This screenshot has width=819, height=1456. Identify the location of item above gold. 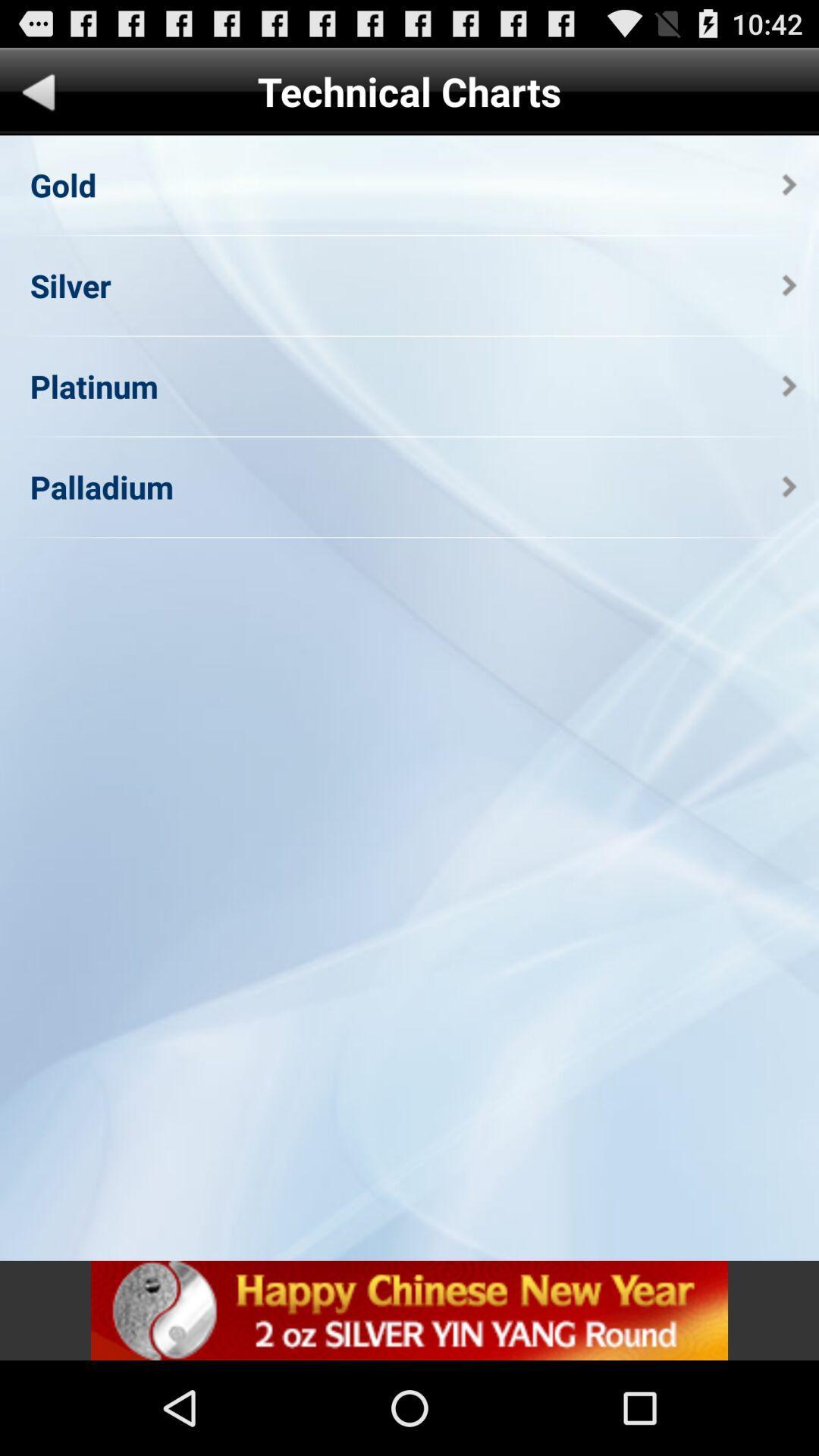
(38, 94).